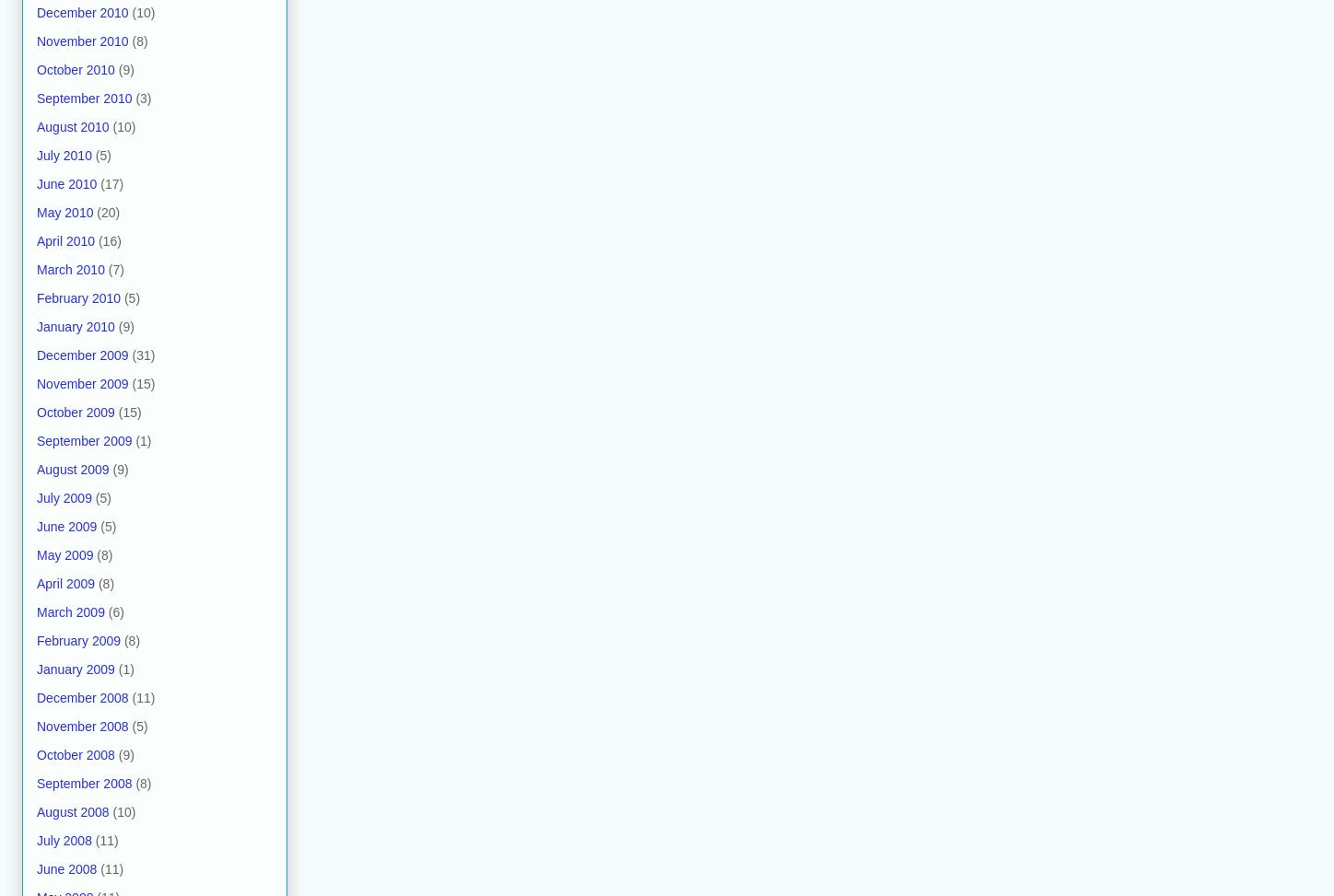  Describe the element at coordinates (83, 440) in the screenshot. I see `'September 2009'` at that location.